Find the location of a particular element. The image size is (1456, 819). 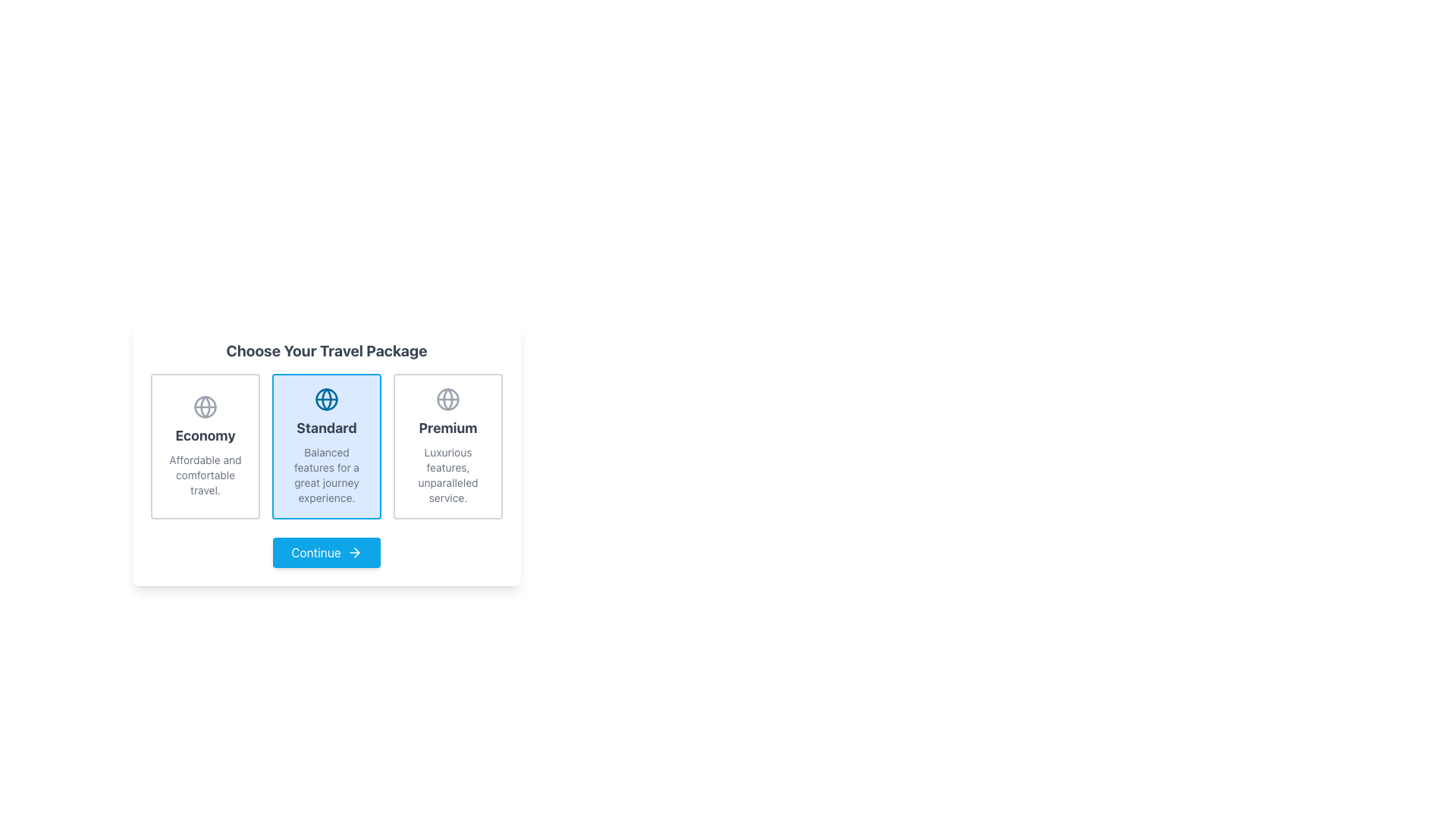

the right arrow icon next to the 'Continue' button is located at coordinates (356, 553).